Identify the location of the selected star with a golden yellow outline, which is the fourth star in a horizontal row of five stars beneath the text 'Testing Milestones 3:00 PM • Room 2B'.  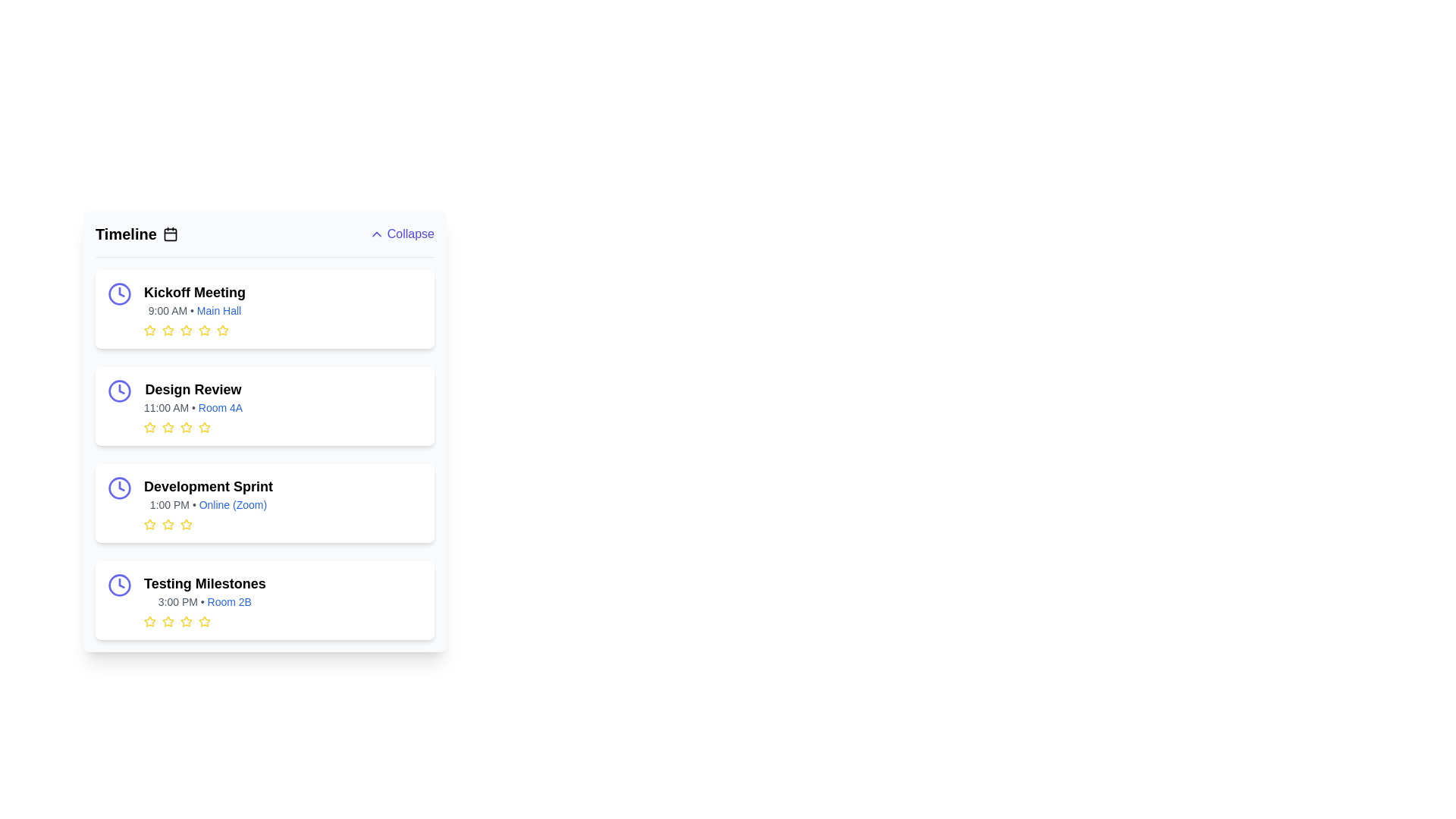
(204, 622).